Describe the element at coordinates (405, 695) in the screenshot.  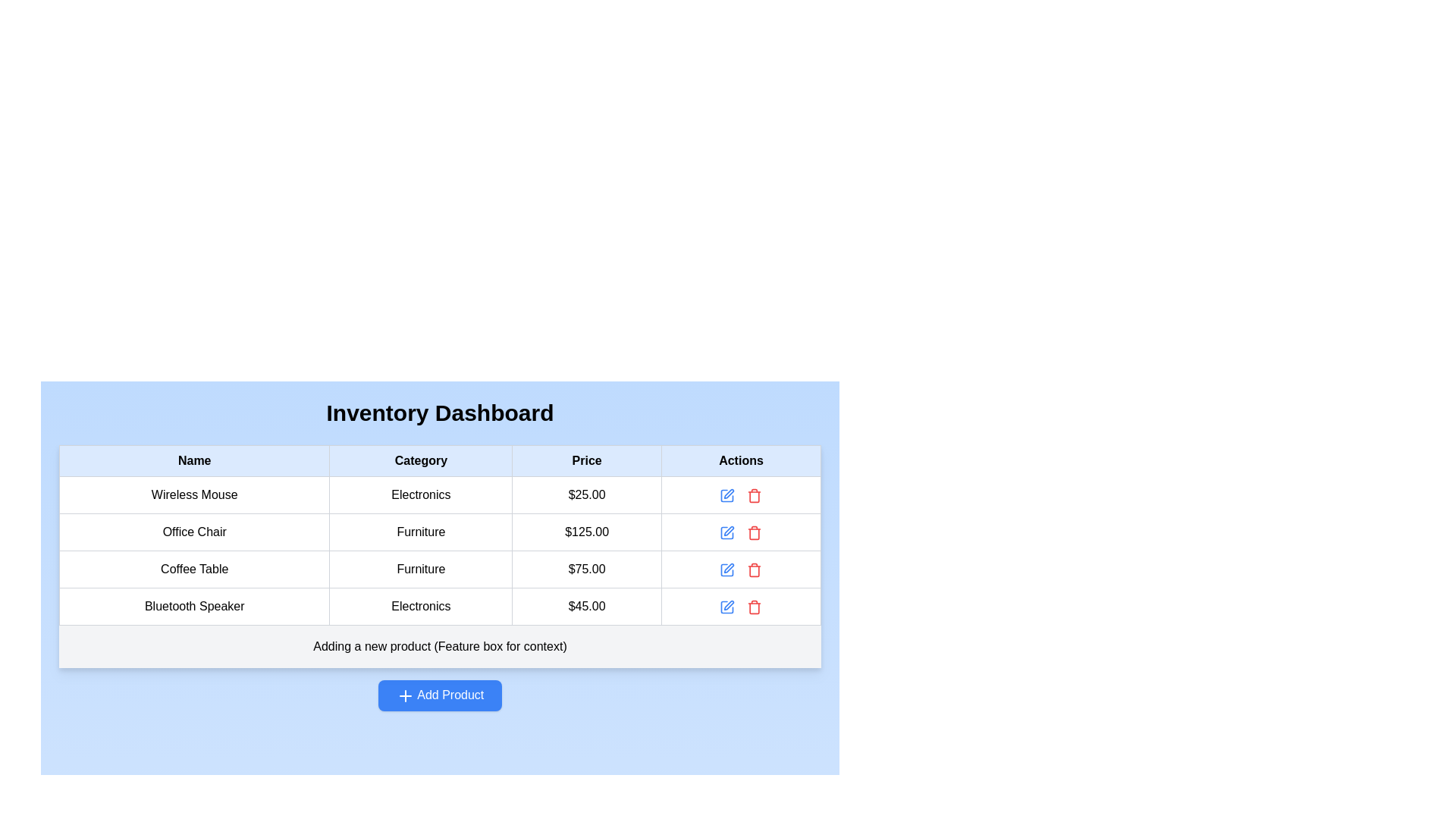
I see `the plus icon within the 'Add Product' button` at that location.